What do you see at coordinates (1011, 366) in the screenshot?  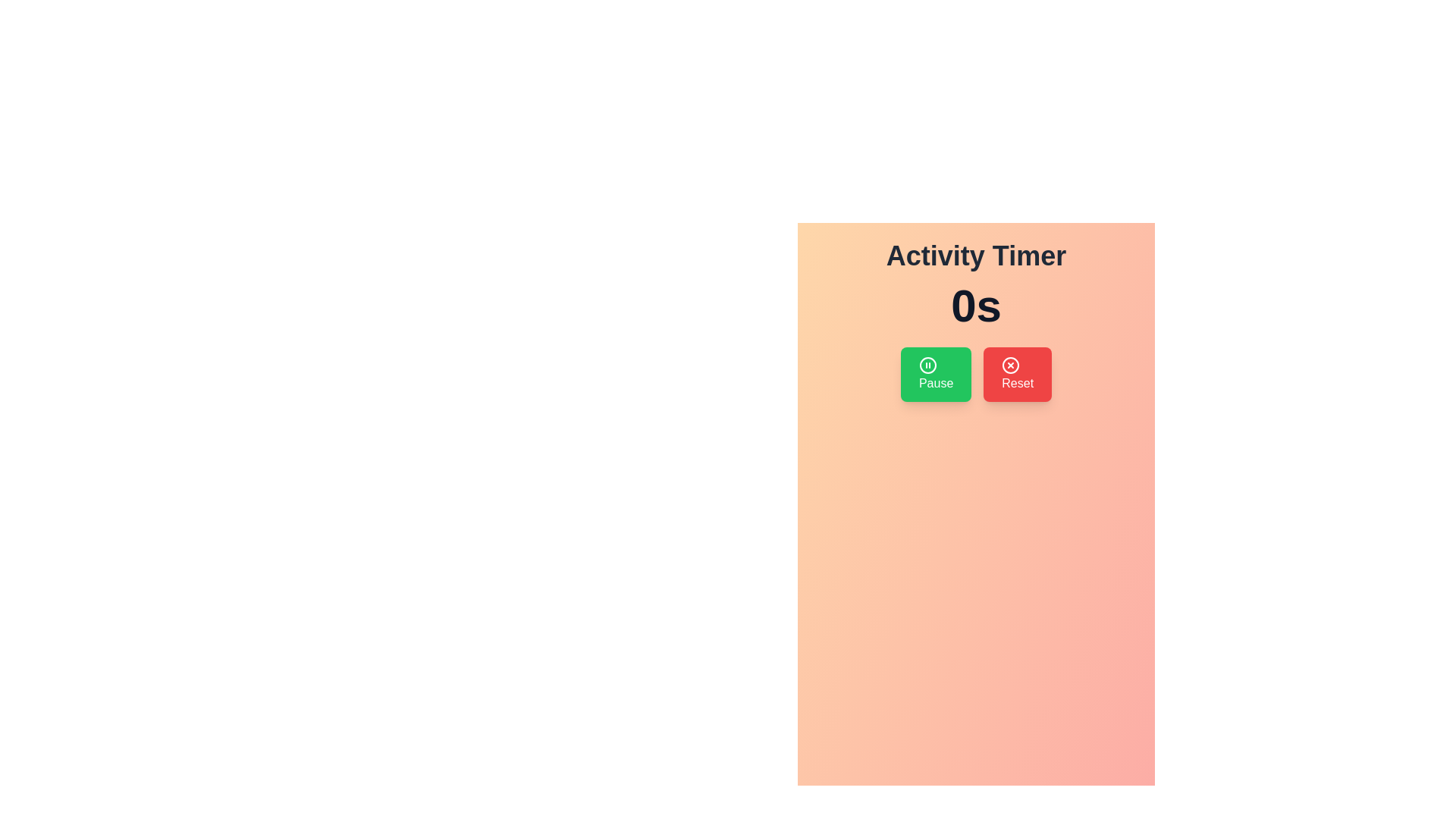 I see `the decorative icon within the 'Reset' button, which is red and positioned to the right of the green 'Pause' button below the 'Activity Timer' heading` at bounding box center [1011, 366].